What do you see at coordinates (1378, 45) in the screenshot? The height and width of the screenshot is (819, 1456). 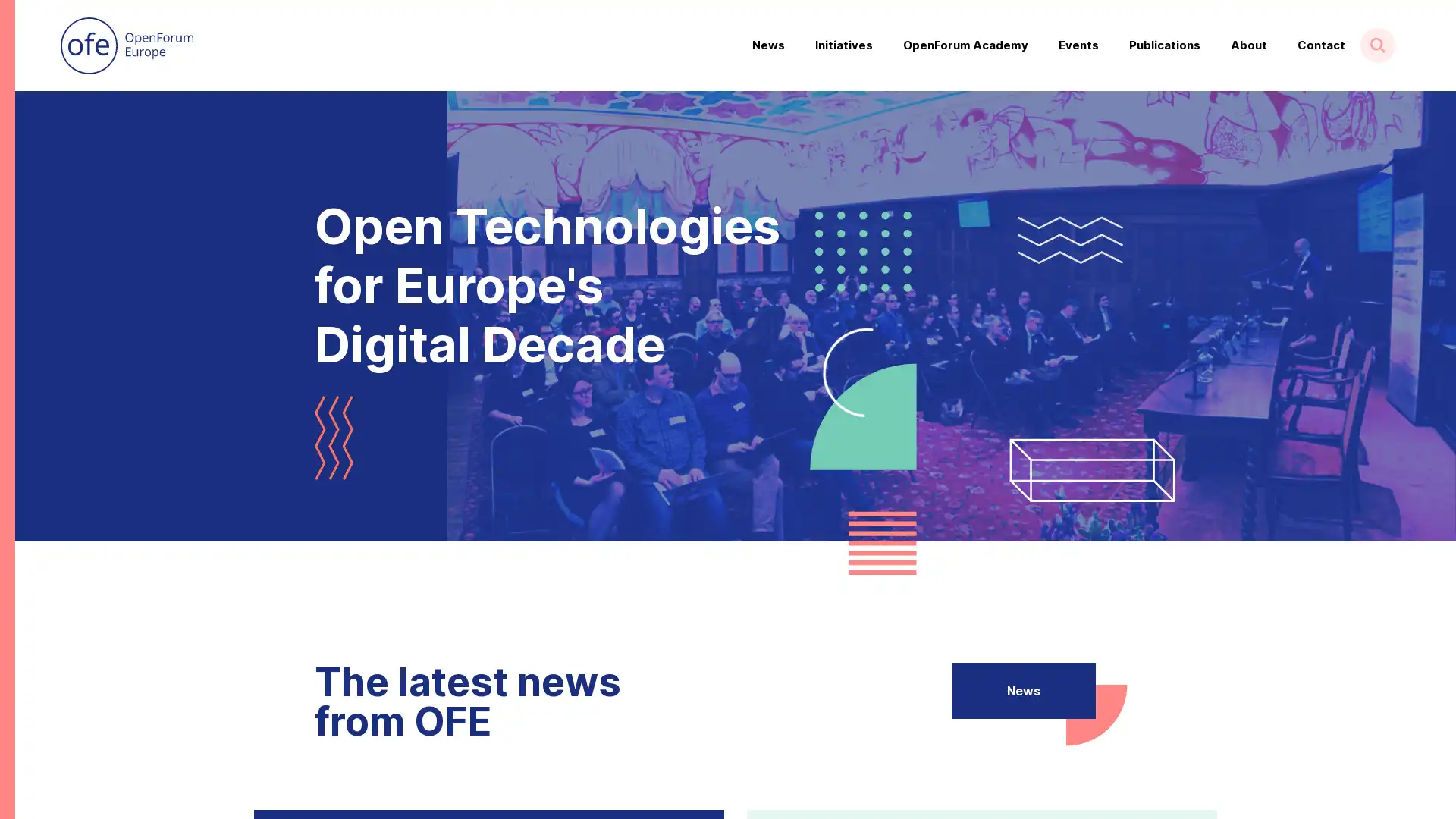 I see `Show search form` at bounding box center [1378, 45].